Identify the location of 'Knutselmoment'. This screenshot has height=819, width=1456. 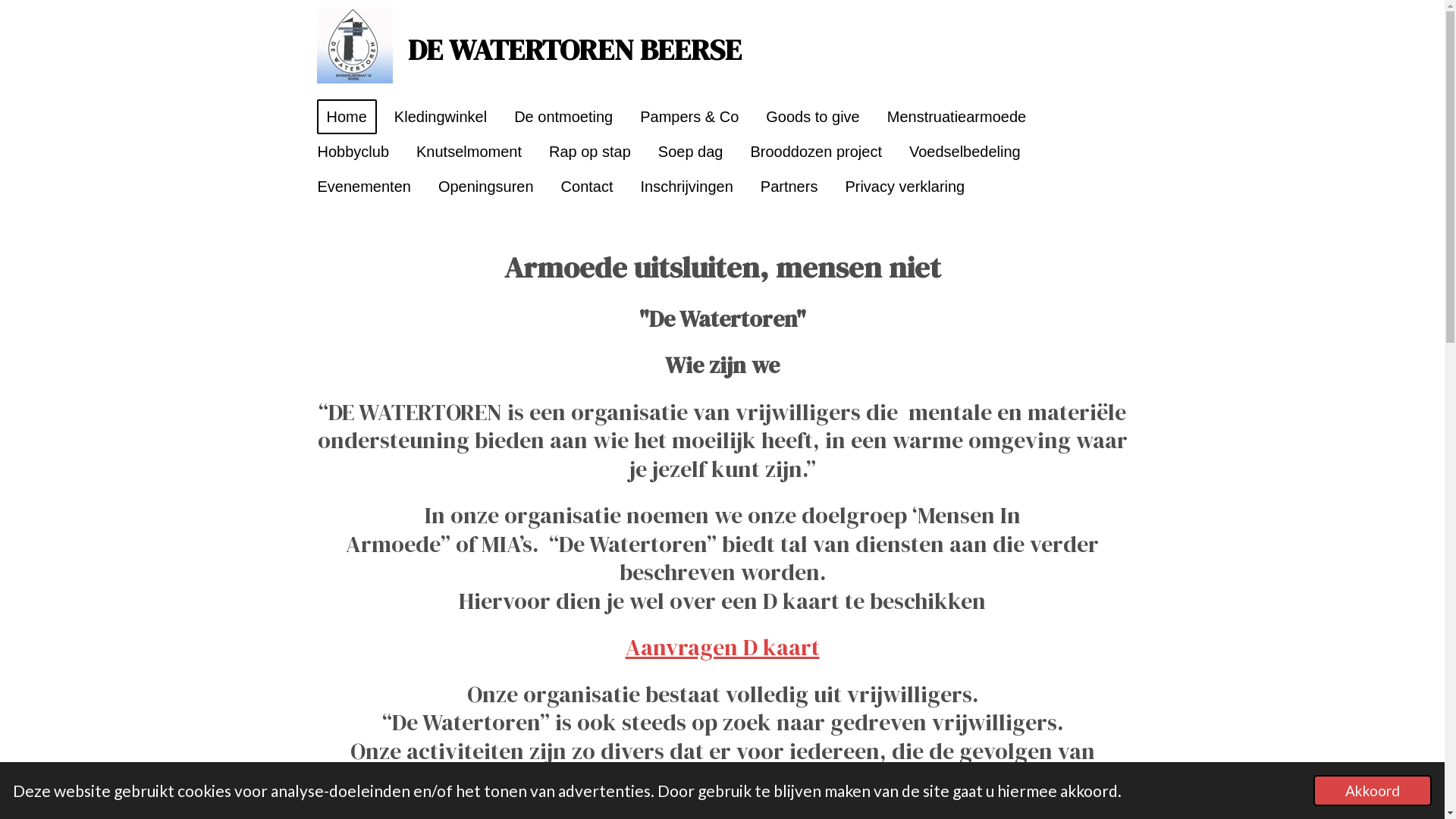
(468, 152).